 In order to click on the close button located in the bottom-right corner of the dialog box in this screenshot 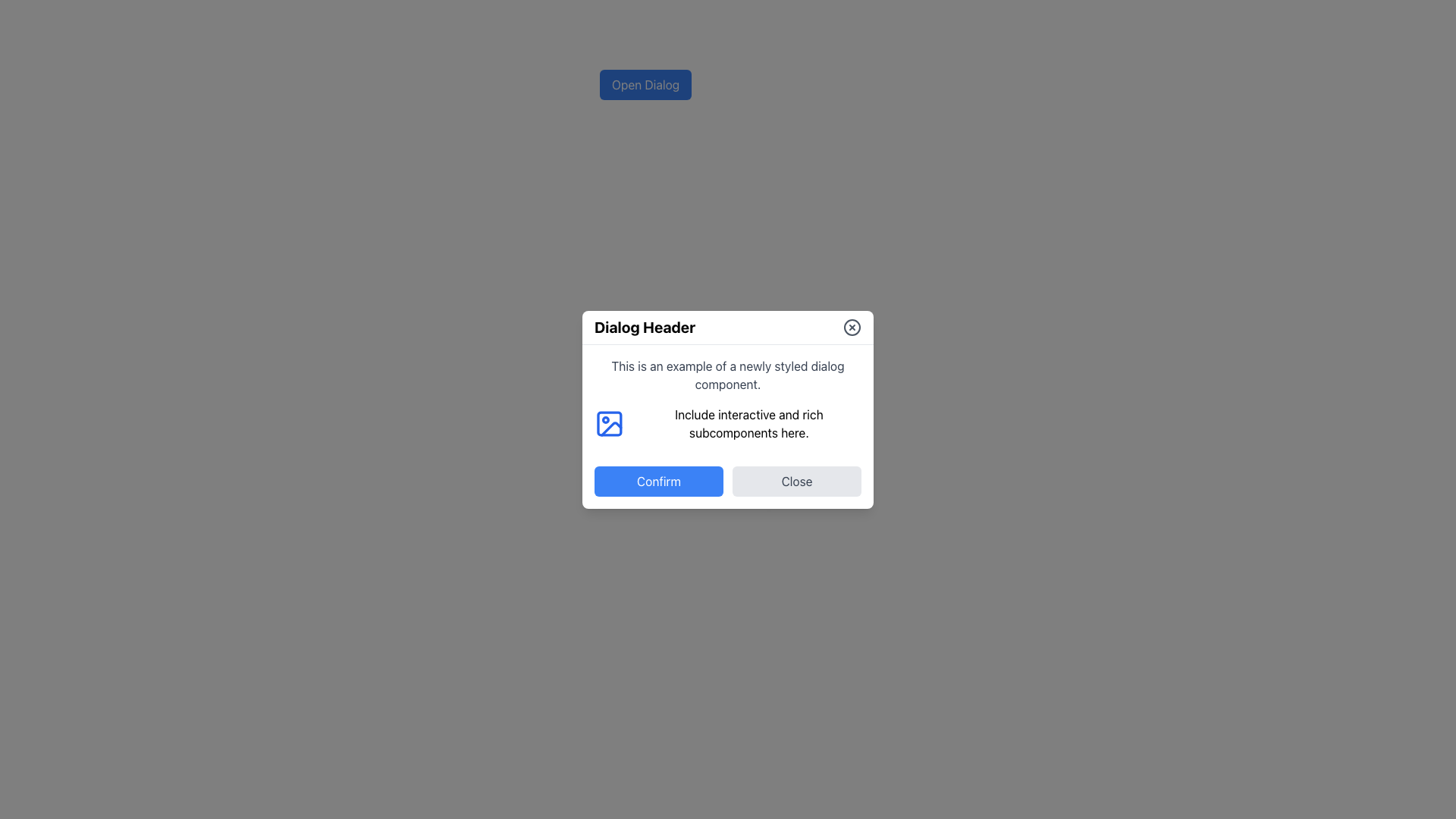, I will do `click(796, 480)`.